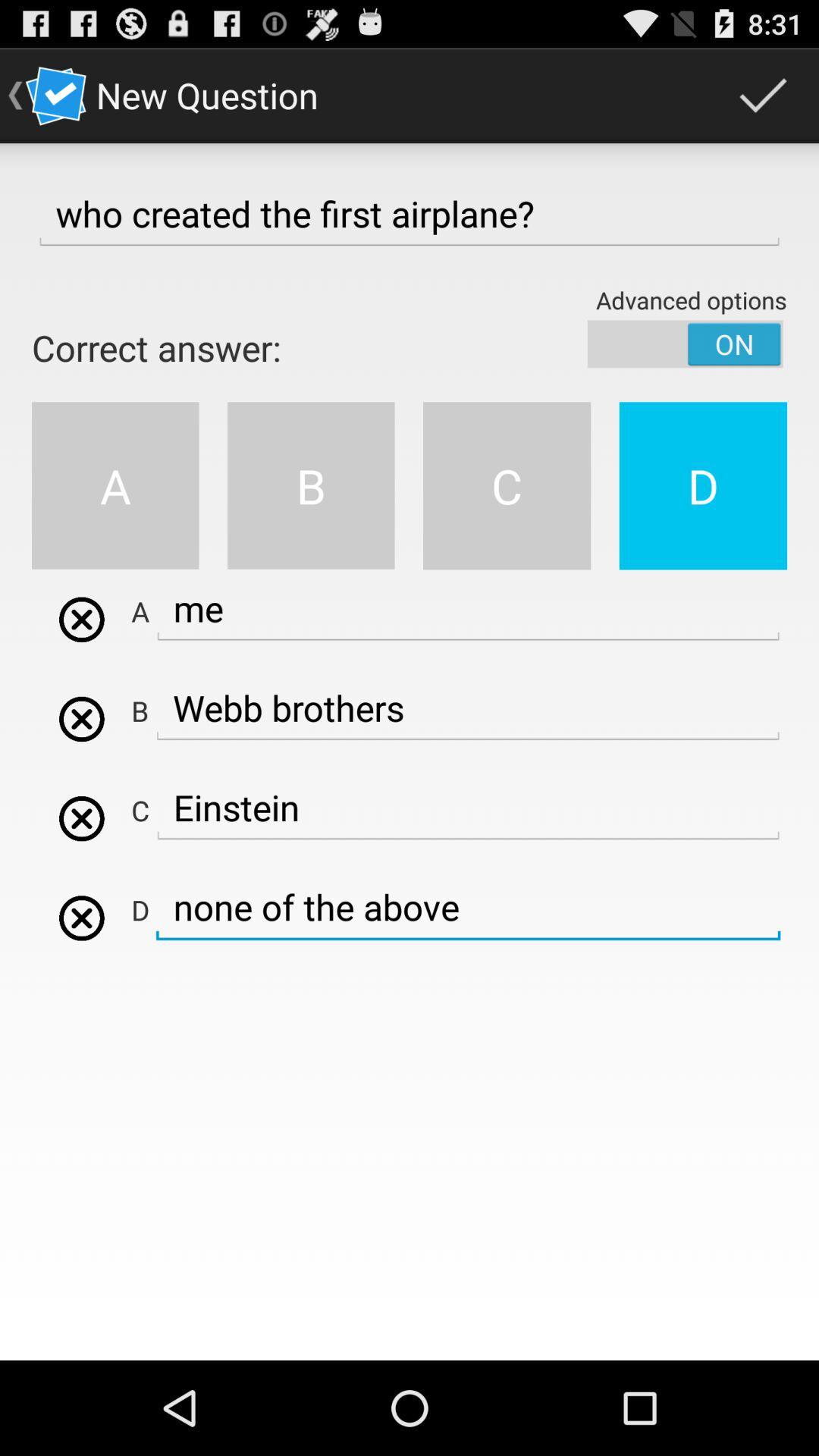  What do you see at coordinates (81, 817) in the screenshot?
I see `answer` at bounding box center [81, 817].